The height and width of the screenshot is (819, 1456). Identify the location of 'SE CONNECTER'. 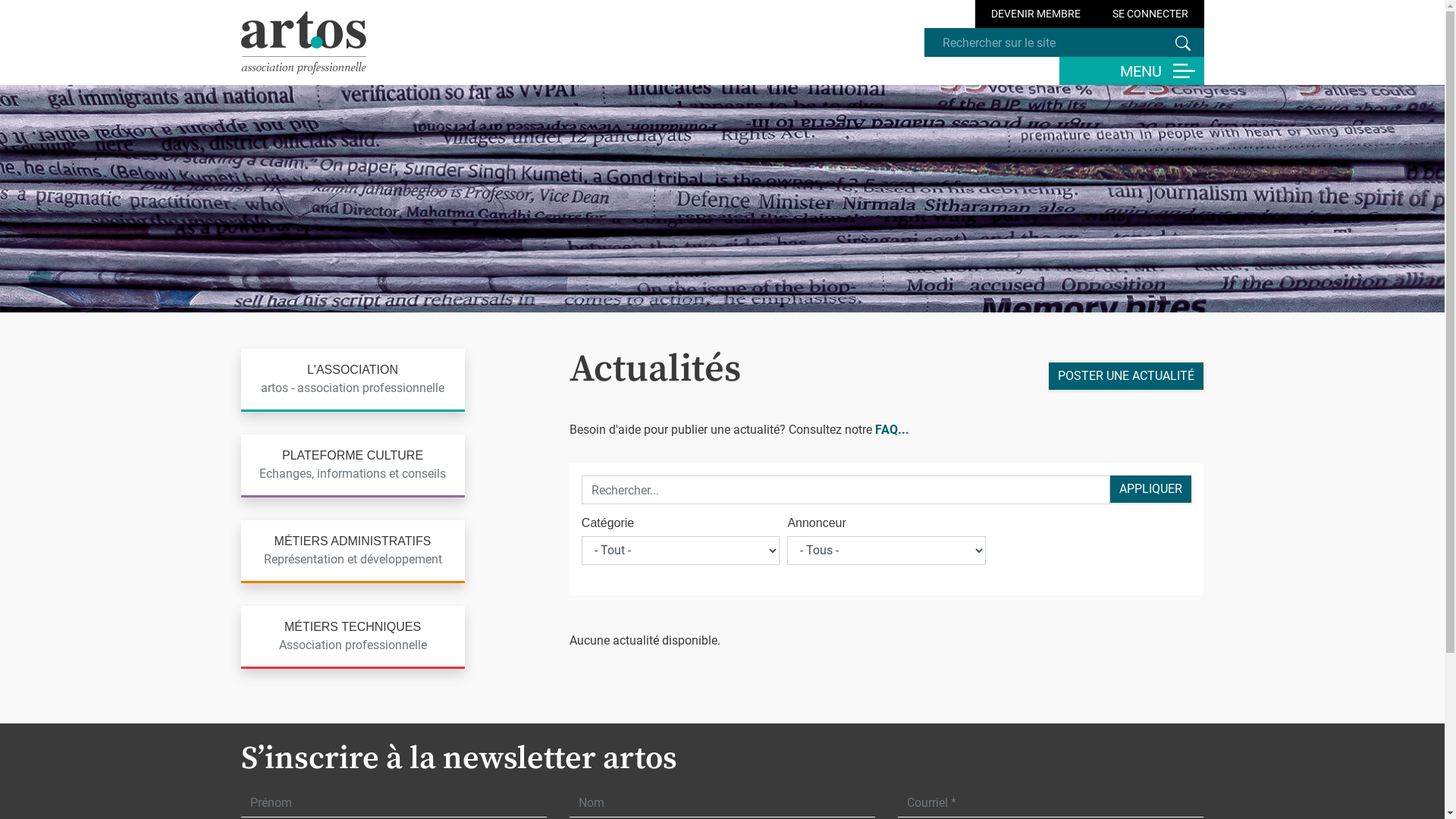
(1150, 14).